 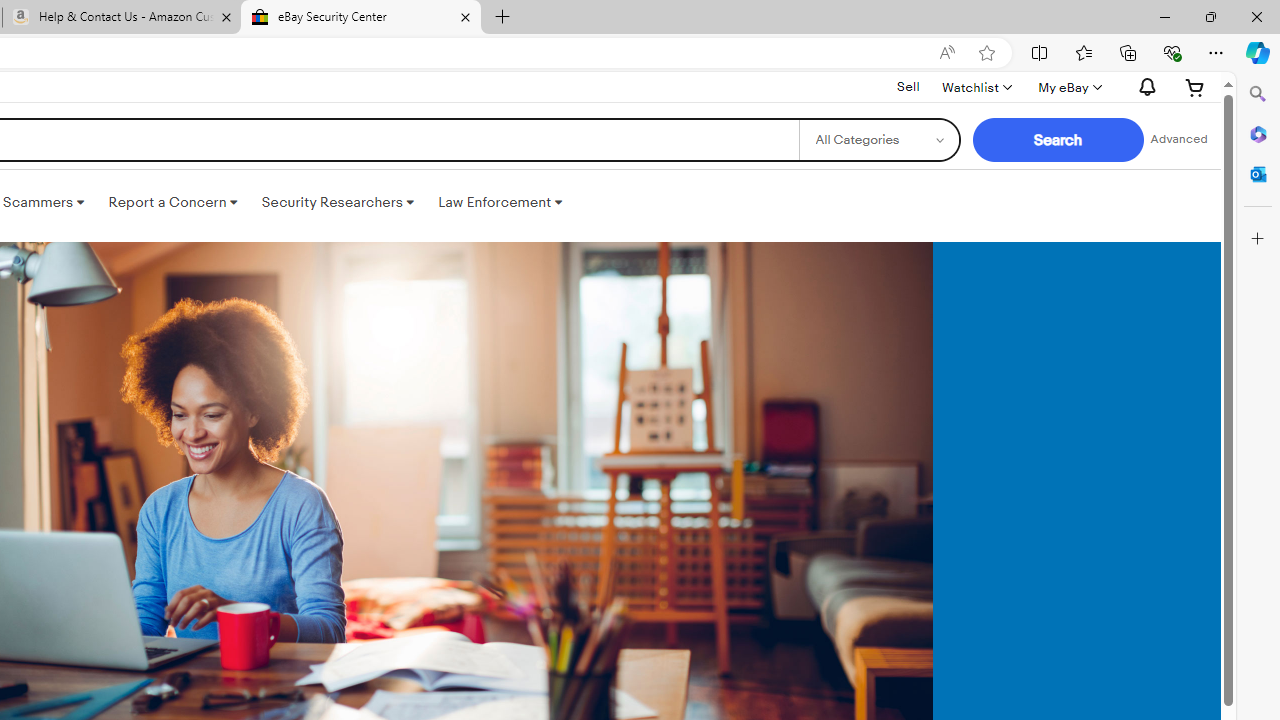 I want to click on 'Microsoft 365', so click(x=1257, y=133).